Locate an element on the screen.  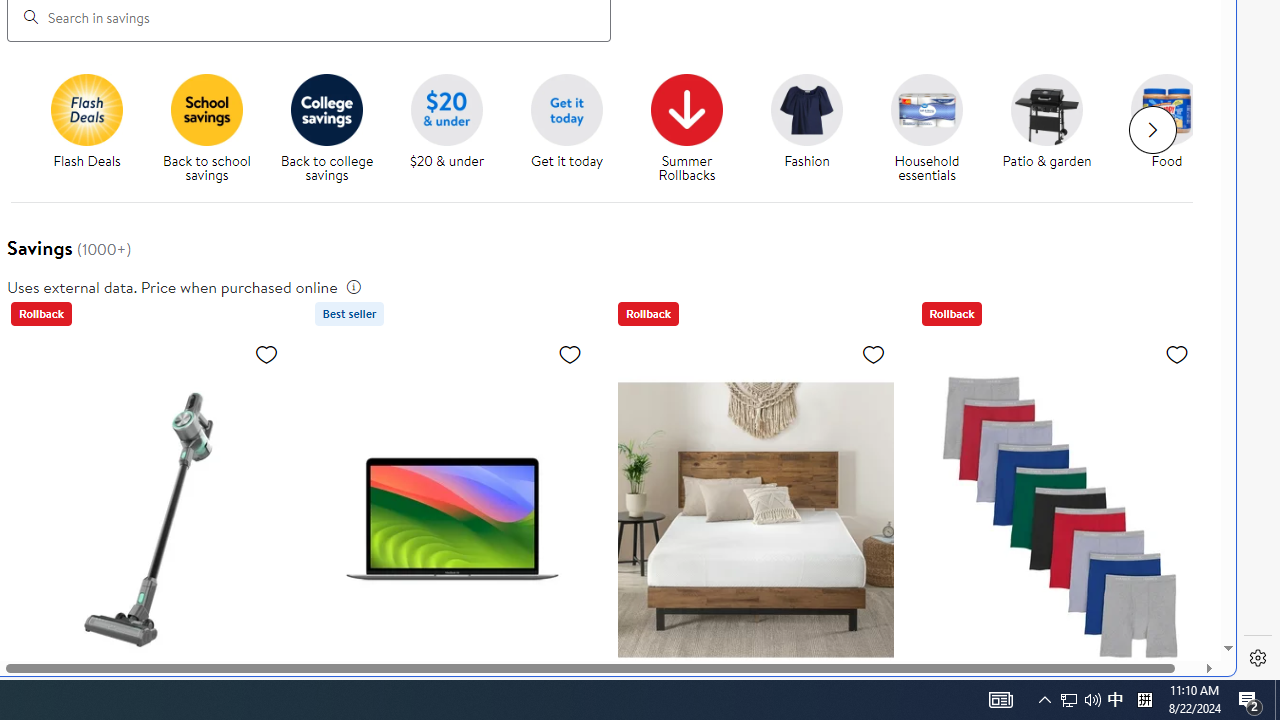
'$20 and under $20 & under' is located at coordinates (446, 122).